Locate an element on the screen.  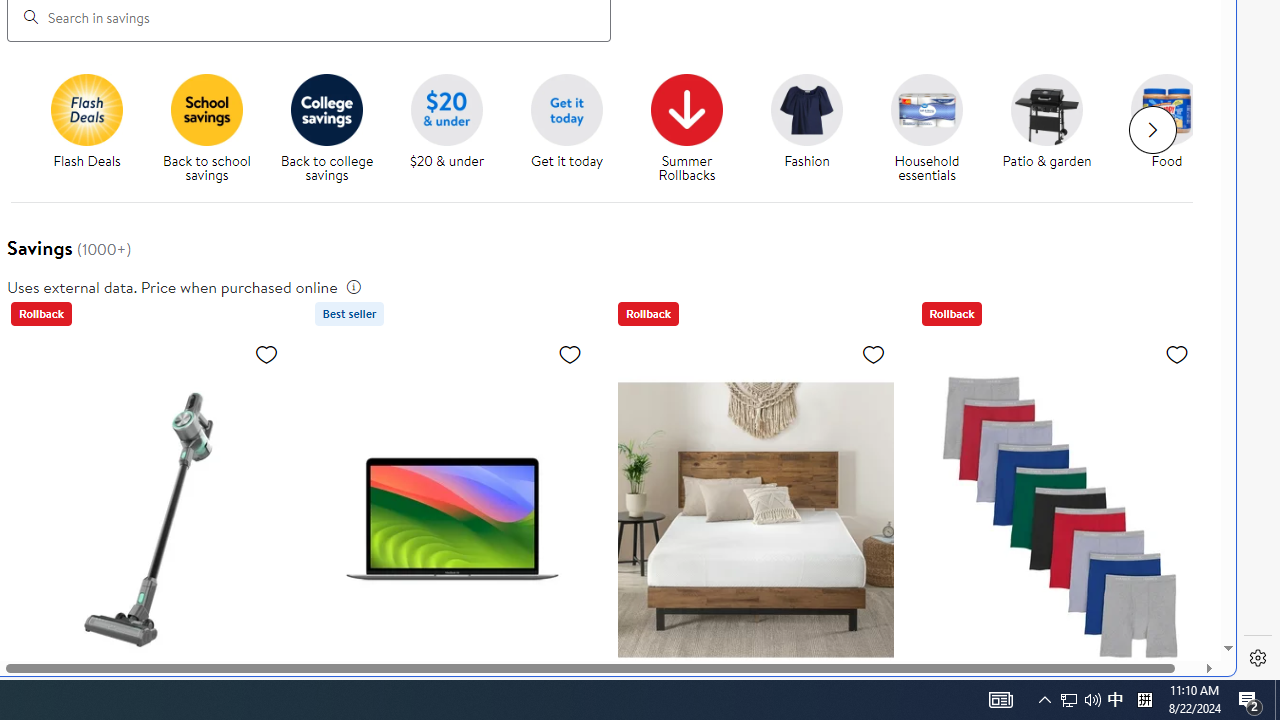
'$20 and under $20 & under' is located at coordinates (446, 122).